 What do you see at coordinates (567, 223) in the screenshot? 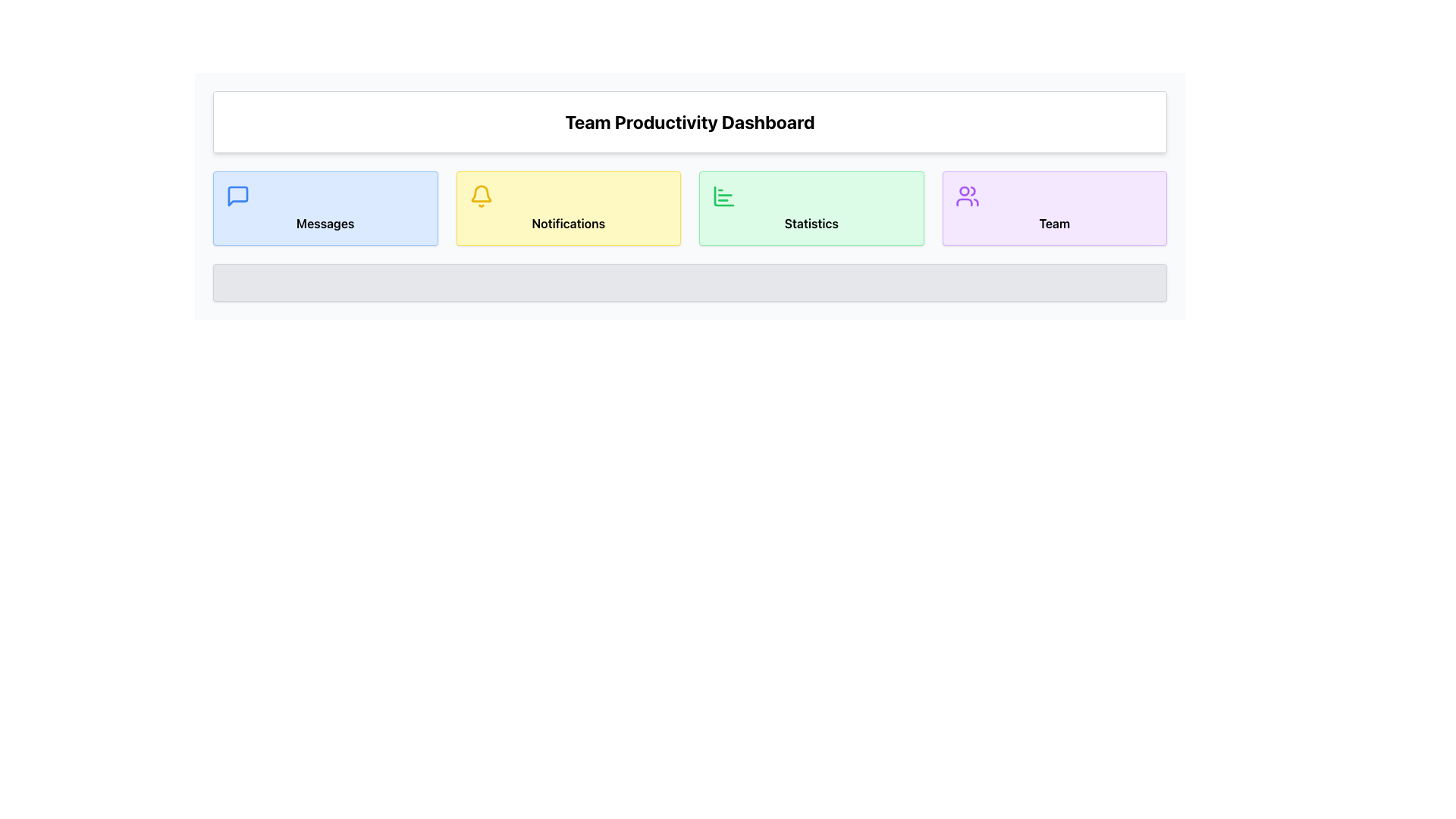
I see `descriptive title text for the Notifications section located in the second card from the left in the row of four cards on the Team Productivity Dashboard` at bounding box center [567, 223].